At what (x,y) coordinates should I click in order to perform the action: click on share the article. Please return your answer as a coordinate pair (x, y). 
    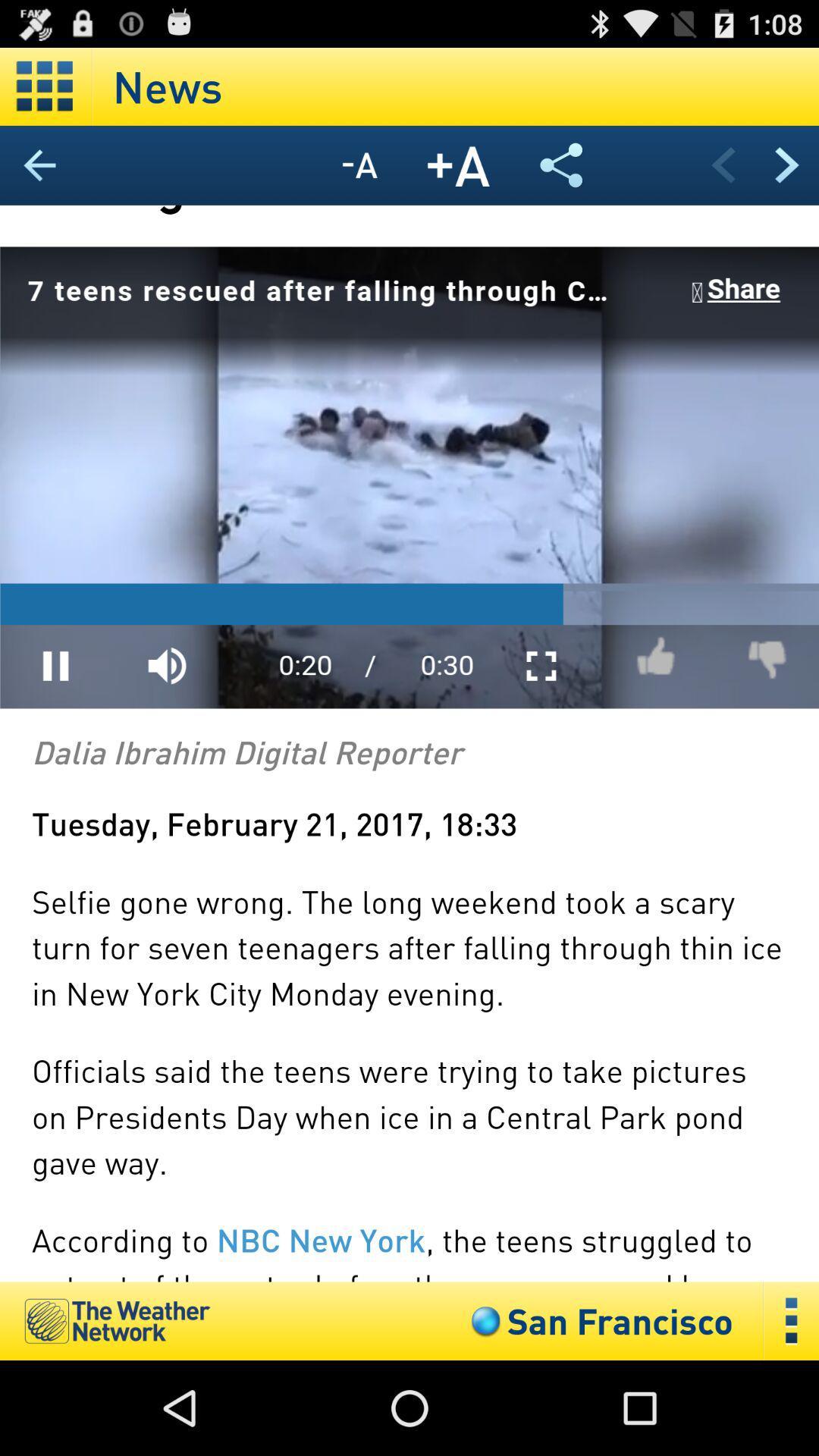
    Looking at the image, I should click on (561, 165).